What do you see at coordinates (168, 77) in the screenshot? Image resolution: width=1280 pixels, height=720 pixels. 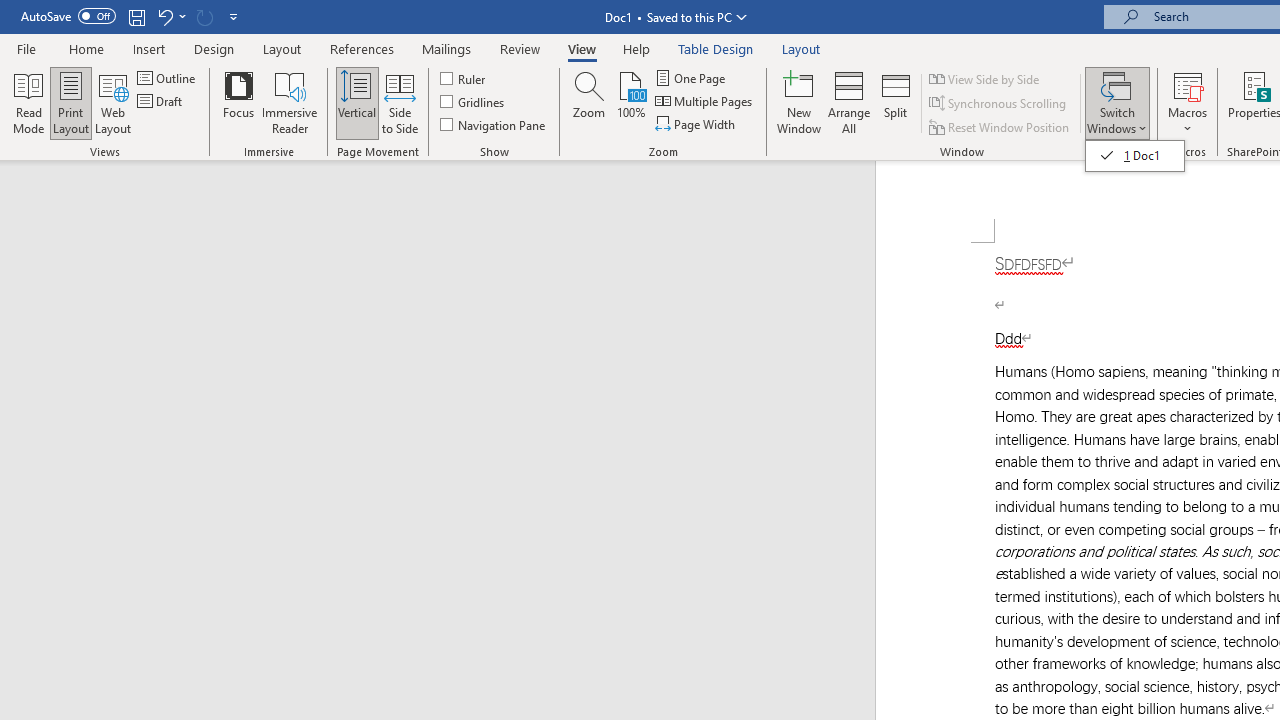 I see `'Outline'` at bounding box center [168, 77].